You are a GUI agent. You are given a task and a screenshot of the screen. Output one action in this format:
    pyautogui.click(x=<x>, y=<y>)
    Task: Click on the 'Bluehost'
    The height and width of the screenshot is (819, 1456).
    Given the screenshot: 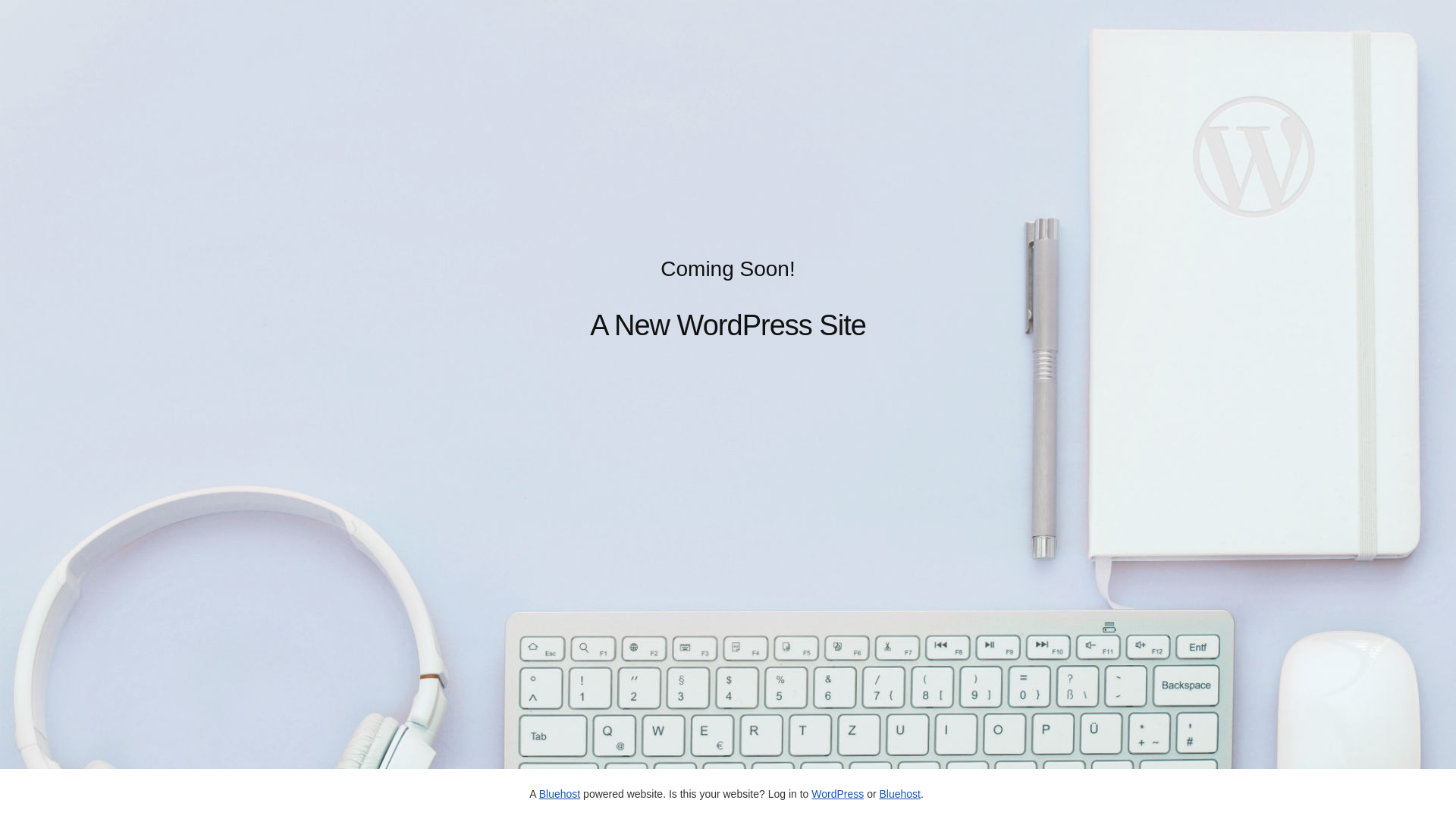 What is the action you would take?
    pyautogui.click(x=538, y=792)
    